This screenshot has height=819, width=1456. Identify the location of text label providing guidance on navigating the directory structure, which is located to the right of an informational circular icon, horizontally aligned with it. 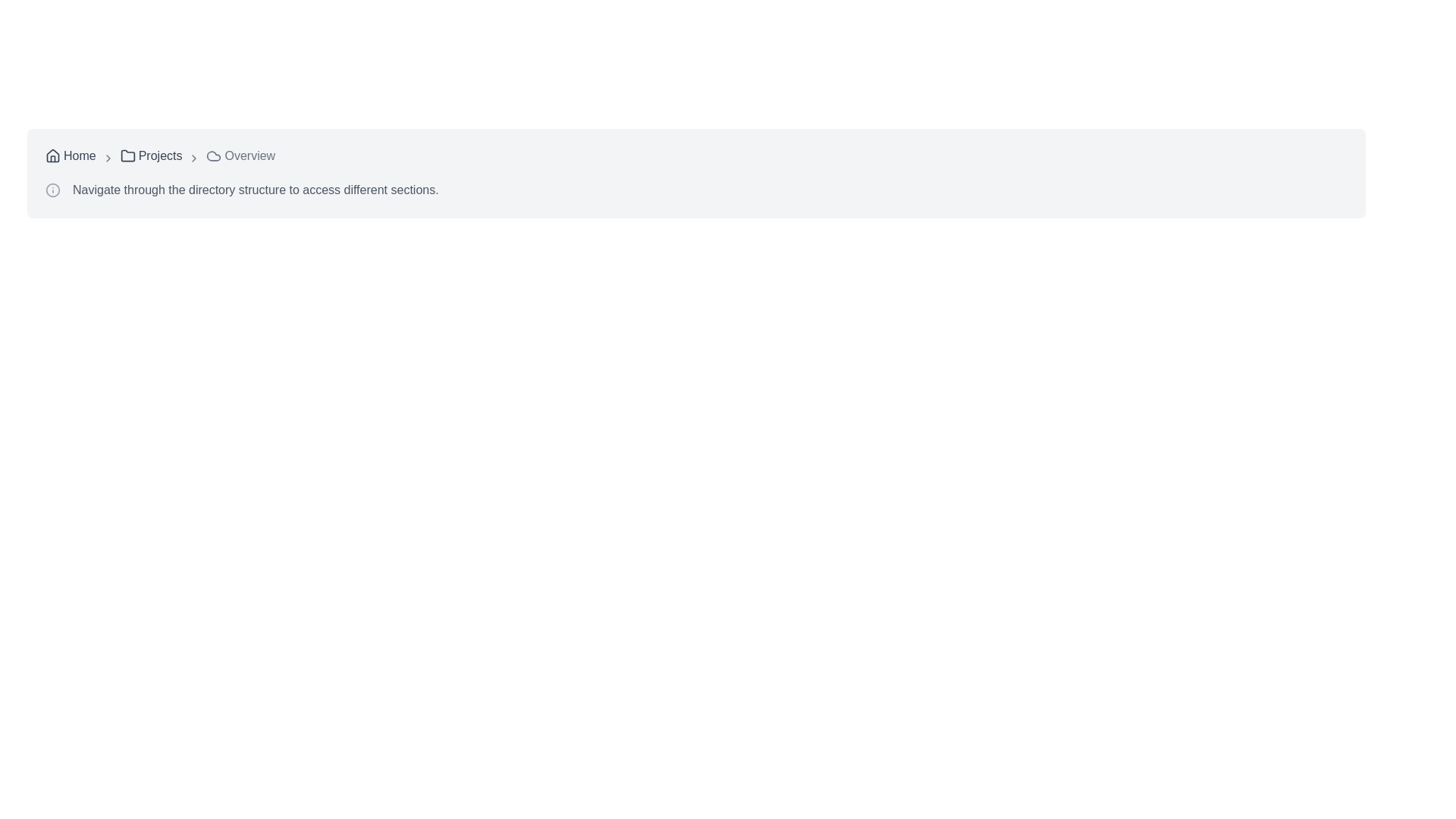
(256, 189).